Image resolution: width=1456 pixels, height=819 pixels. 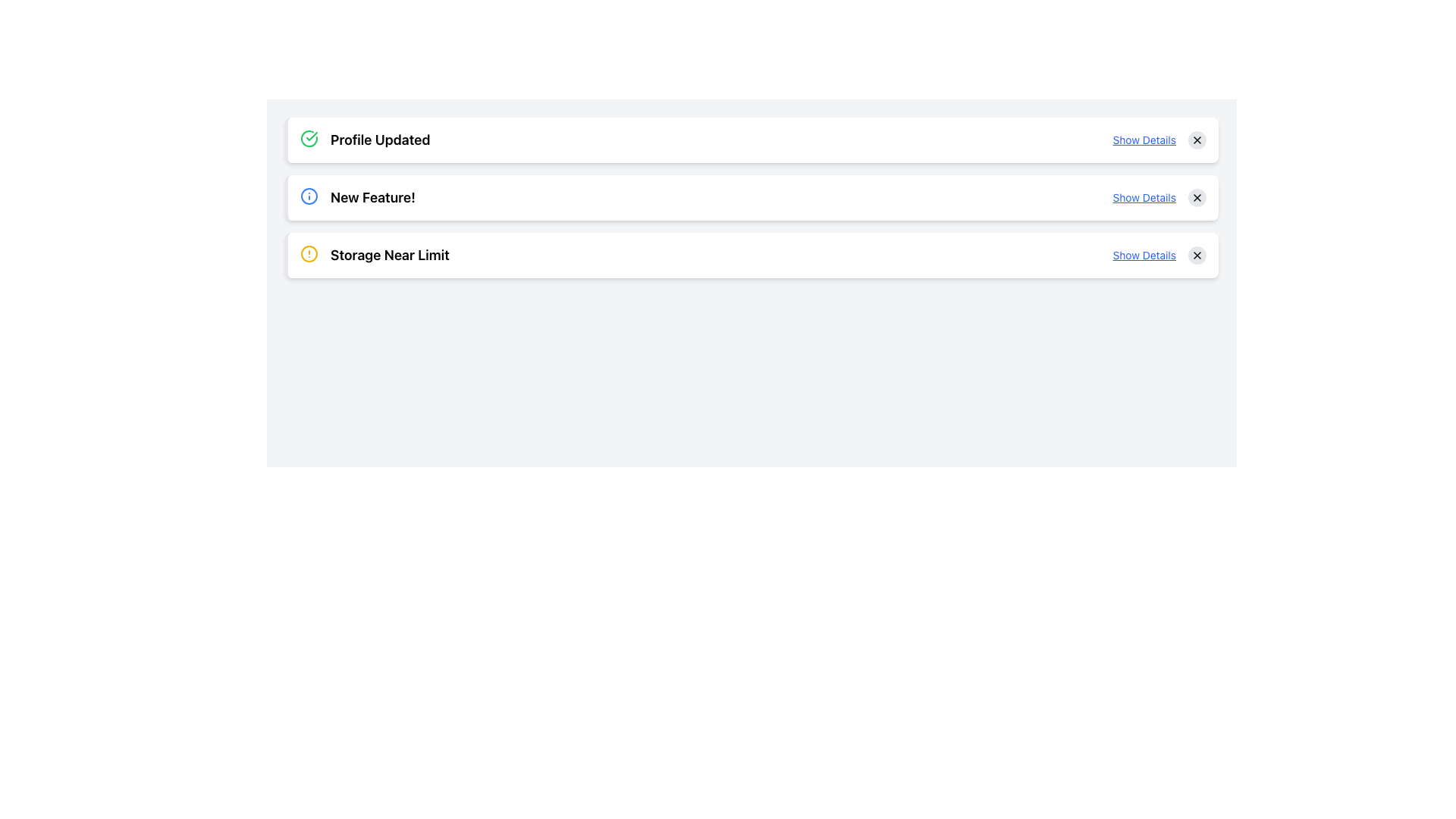 I want to click on the circular green checkmark icon representing a success state, located adjacent to the text 'Profile Updated', so click(x=309, y=138).